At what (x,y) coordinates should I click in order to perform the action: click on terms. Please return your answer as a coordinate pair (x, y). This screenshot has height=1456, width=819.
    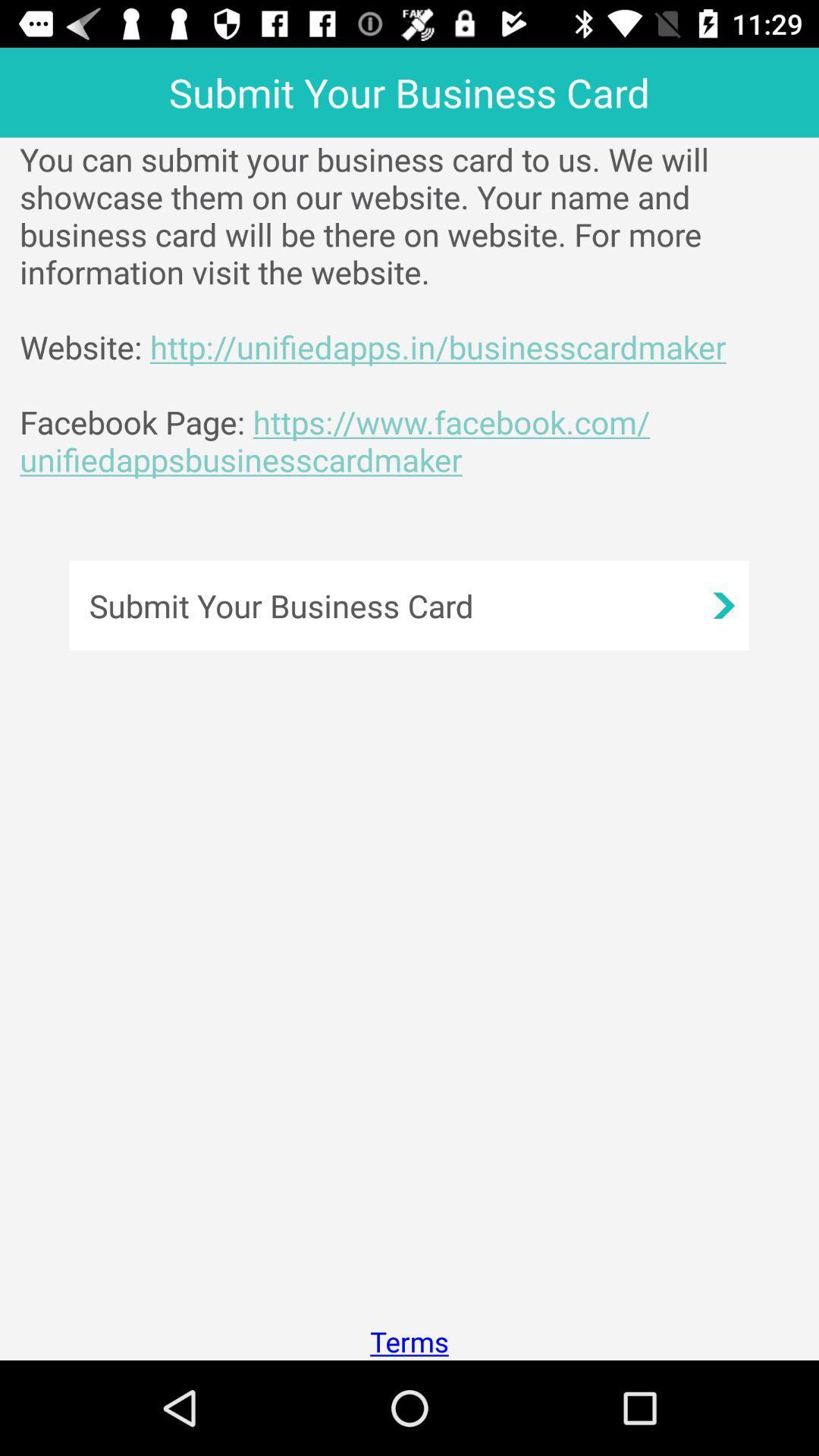
    Looking at the image, I should click on (409, 1341).